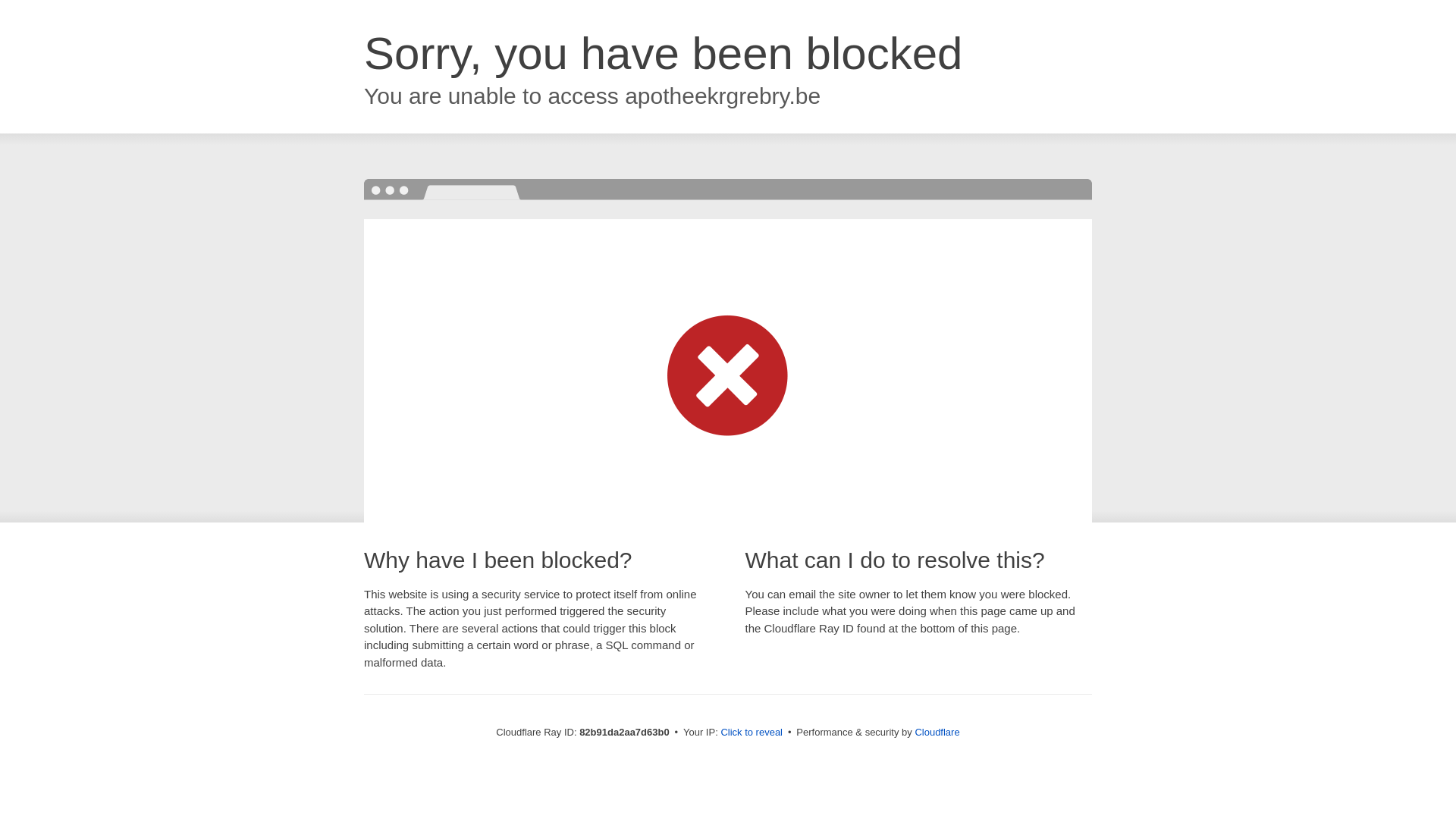 The width and height of the screenshot is (1456, 819). What do you see at coordinates (936, 731) in the screenshot?
I see `'Cloudflare'` at bounding box center [936, 731].